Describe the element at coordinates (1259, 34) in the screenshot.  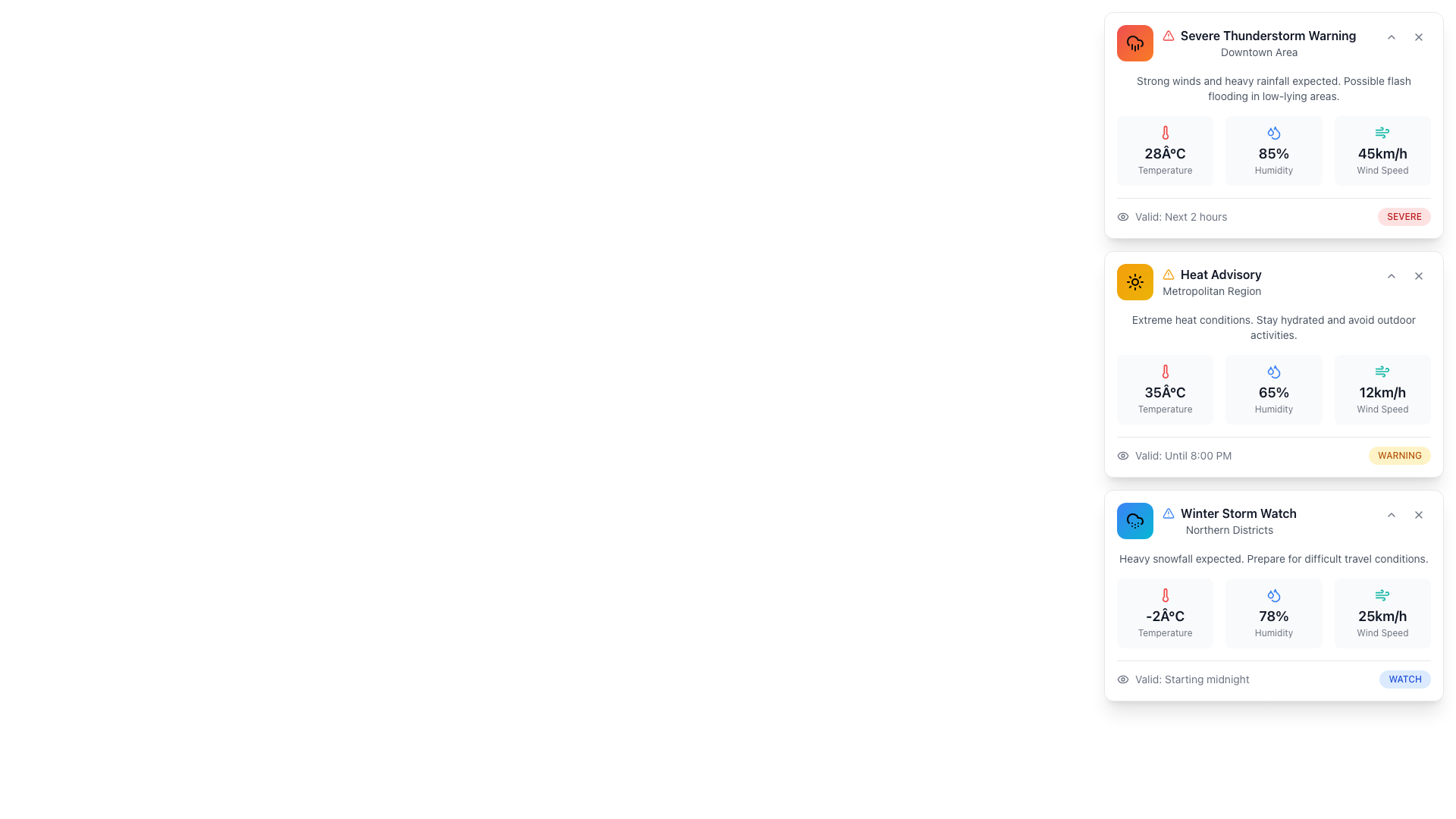
I see `the Heading element that serves as a title for the weather alert information, positioned at the top of the first card and aligned to the left, above the text 'Downtown Area'` at that location.